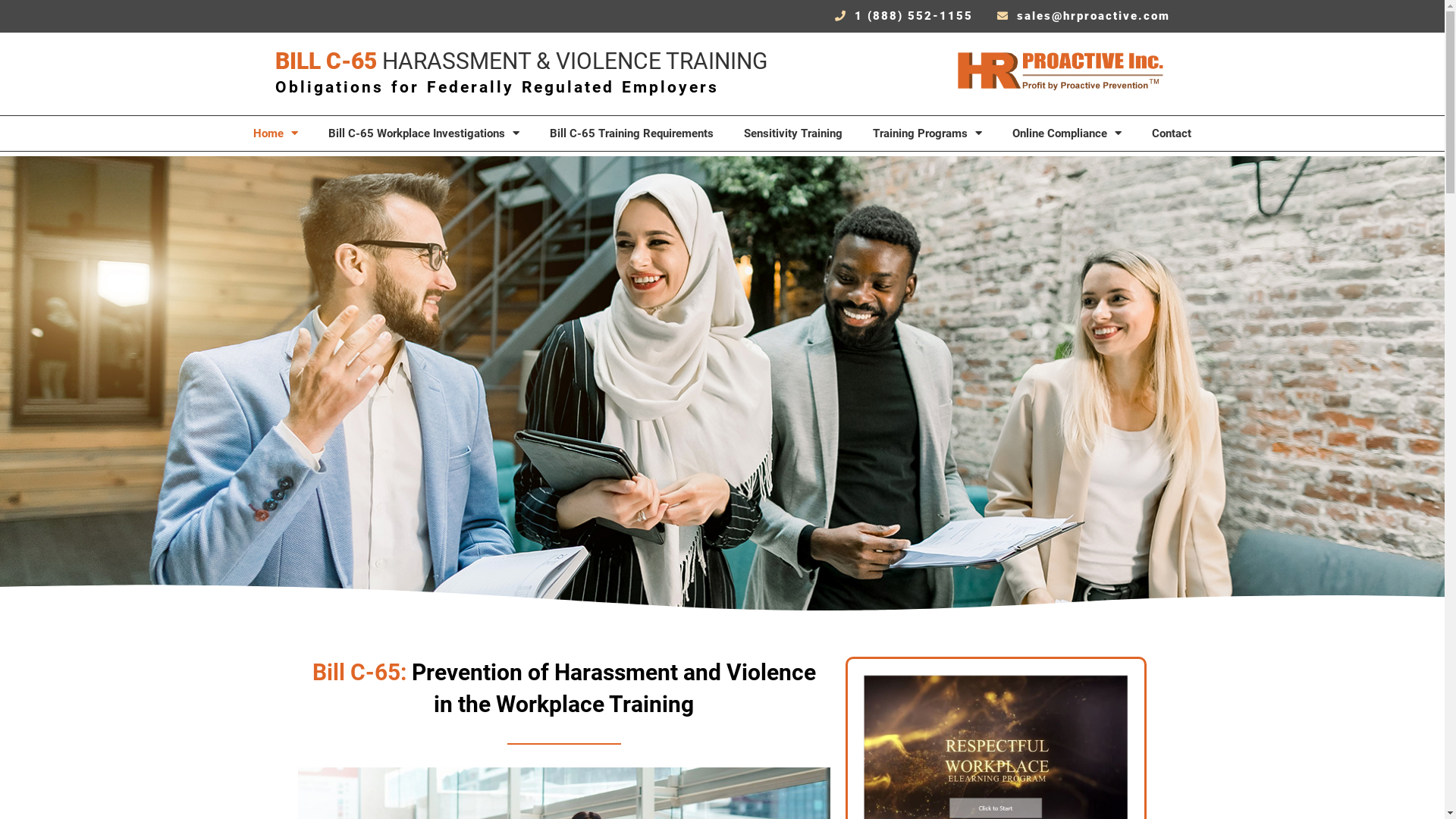  Describe the element at coordinates (496, 86) in the screenshot. I see `'Obligations for Federally Regulated Employers'` at that location.